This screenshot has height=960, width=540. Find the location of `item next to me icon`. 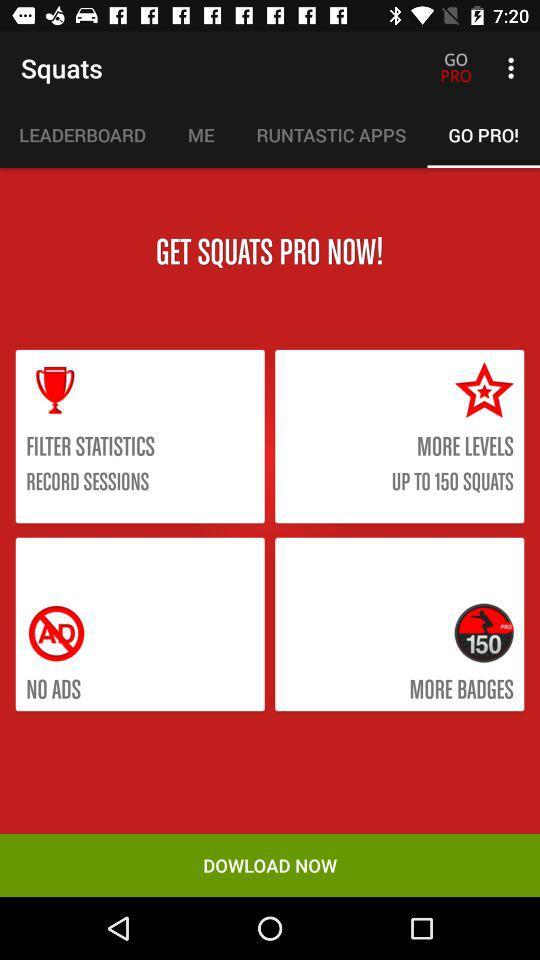

item next to me icon is located at coordinates (82, 134).